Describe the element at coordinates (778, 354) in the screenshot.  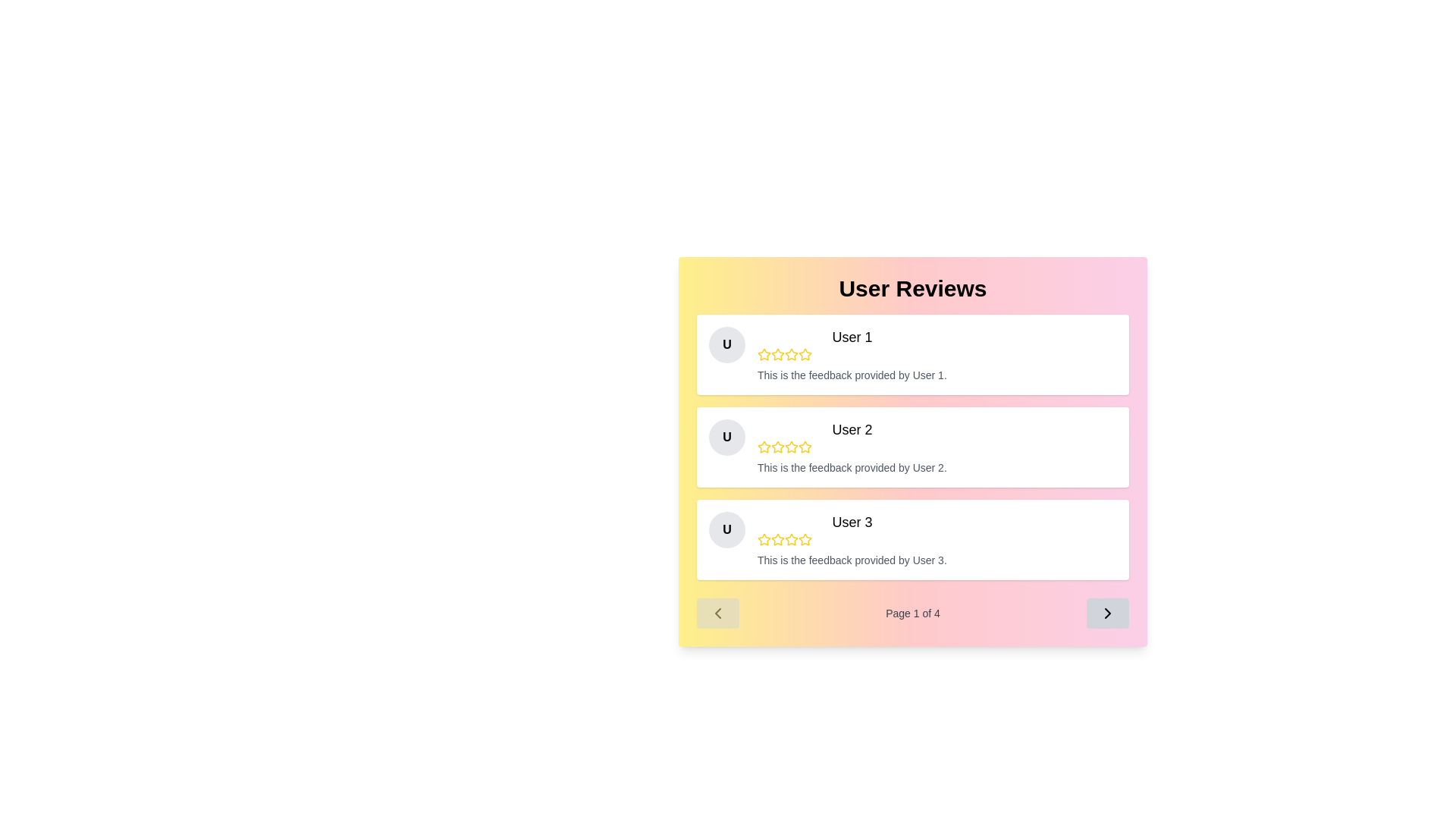
I see `the second rating star in the user reviews section` at that location.